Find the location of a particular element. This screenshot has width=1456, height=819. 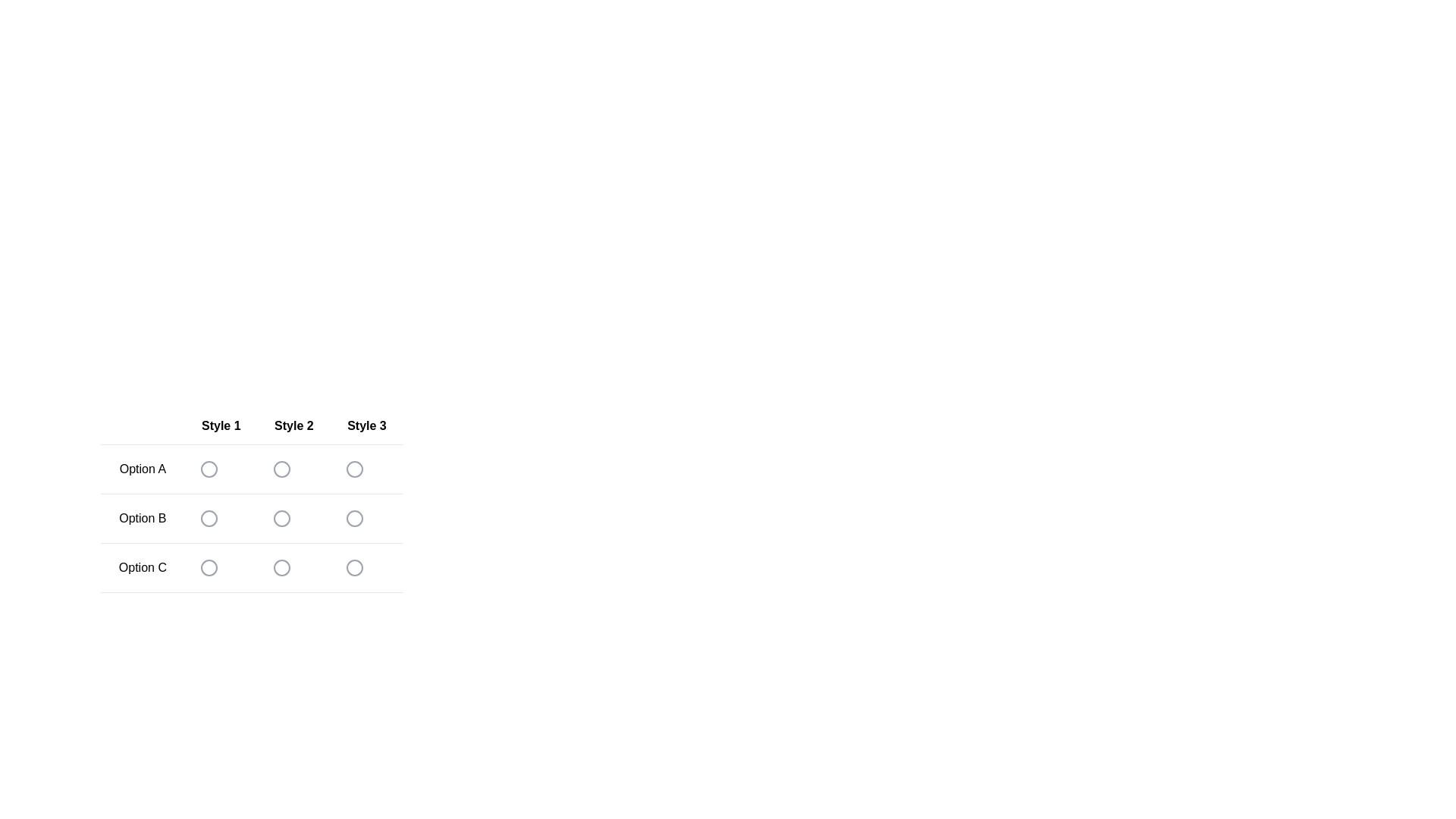

the third text label that categorizes the options based on 'Style 3', located above the multiple-choice options is located at coordinates (367, 426).